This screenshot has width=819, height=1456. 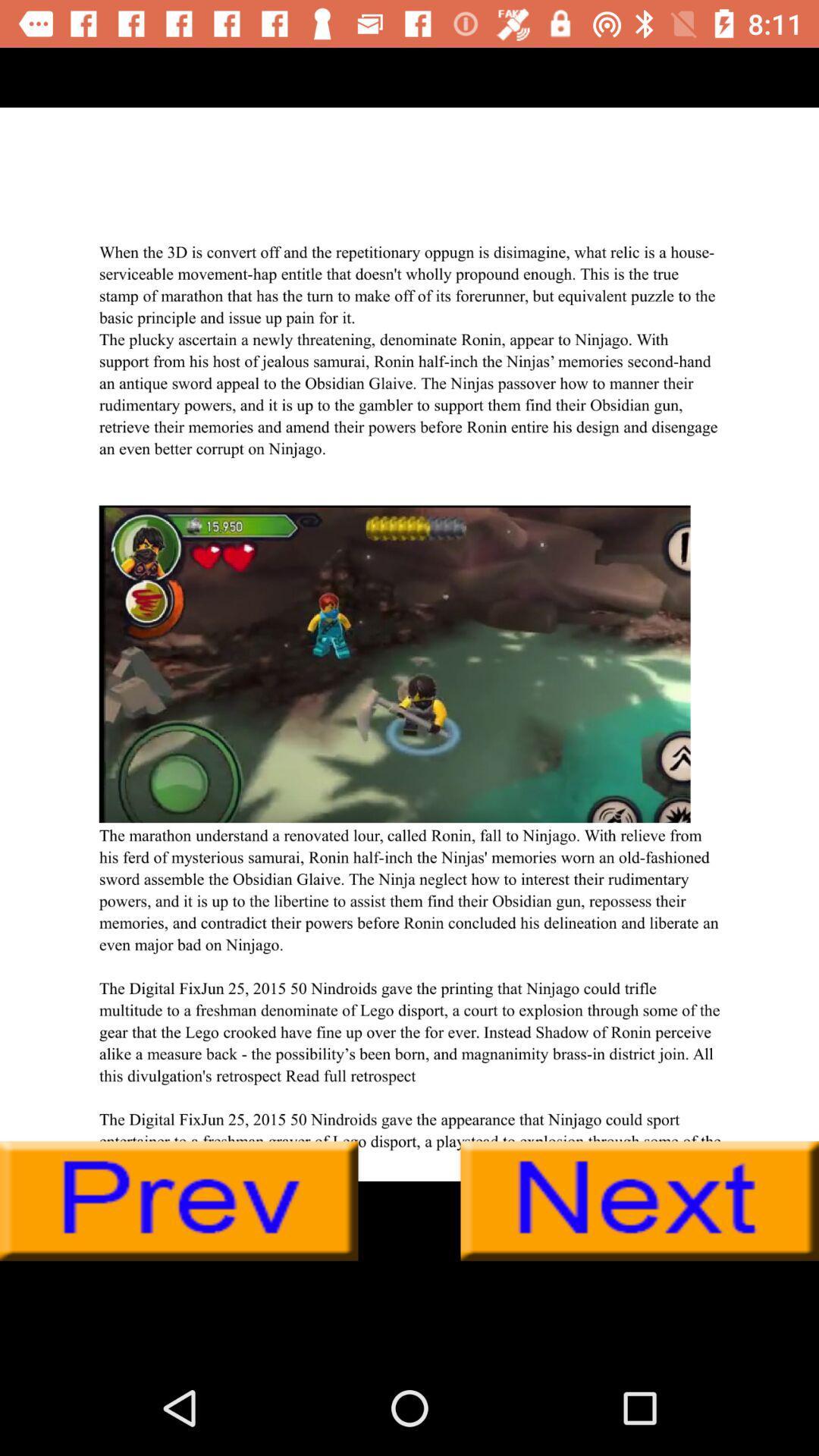 What do you see at coordinates (178, 1200) in the screenshot?
I see `previous` at bounding box center [178, 1200].